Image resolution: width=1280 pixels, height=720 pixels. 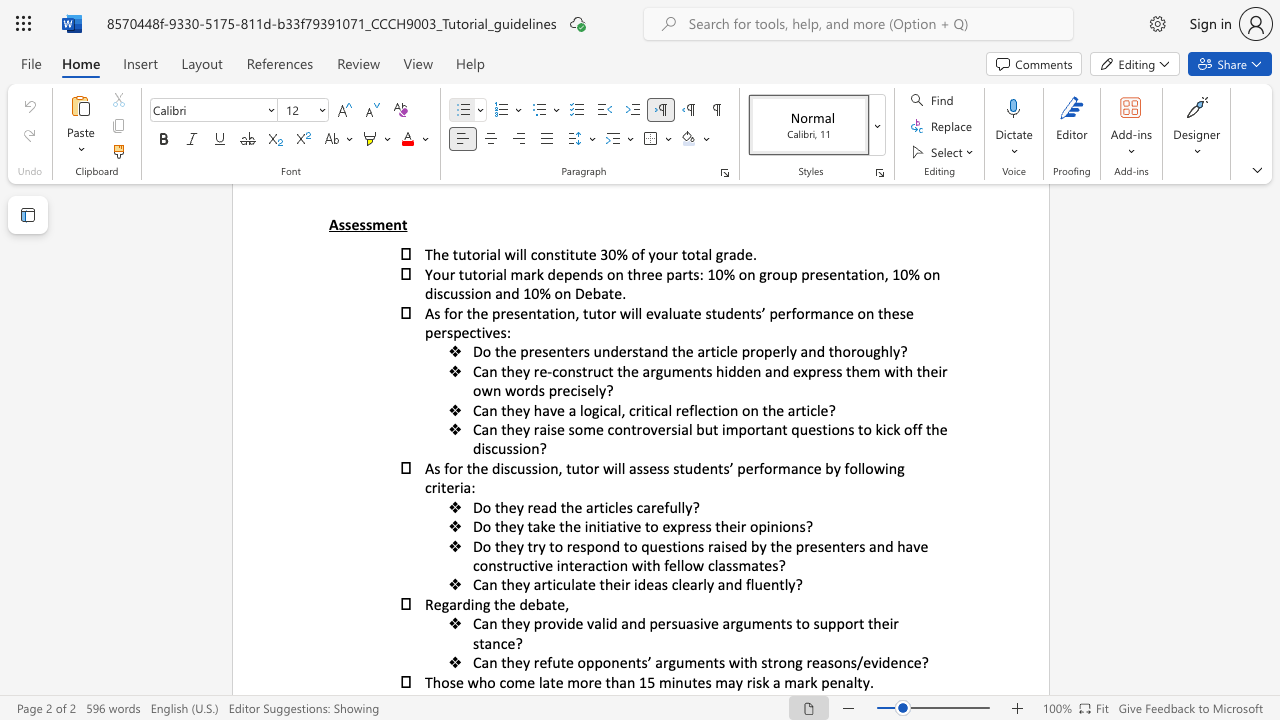 What do you see at coordinates (537, 506) in the screenshot?
I see `the 2th character "e" in the text` at bounding box center [537, 506].